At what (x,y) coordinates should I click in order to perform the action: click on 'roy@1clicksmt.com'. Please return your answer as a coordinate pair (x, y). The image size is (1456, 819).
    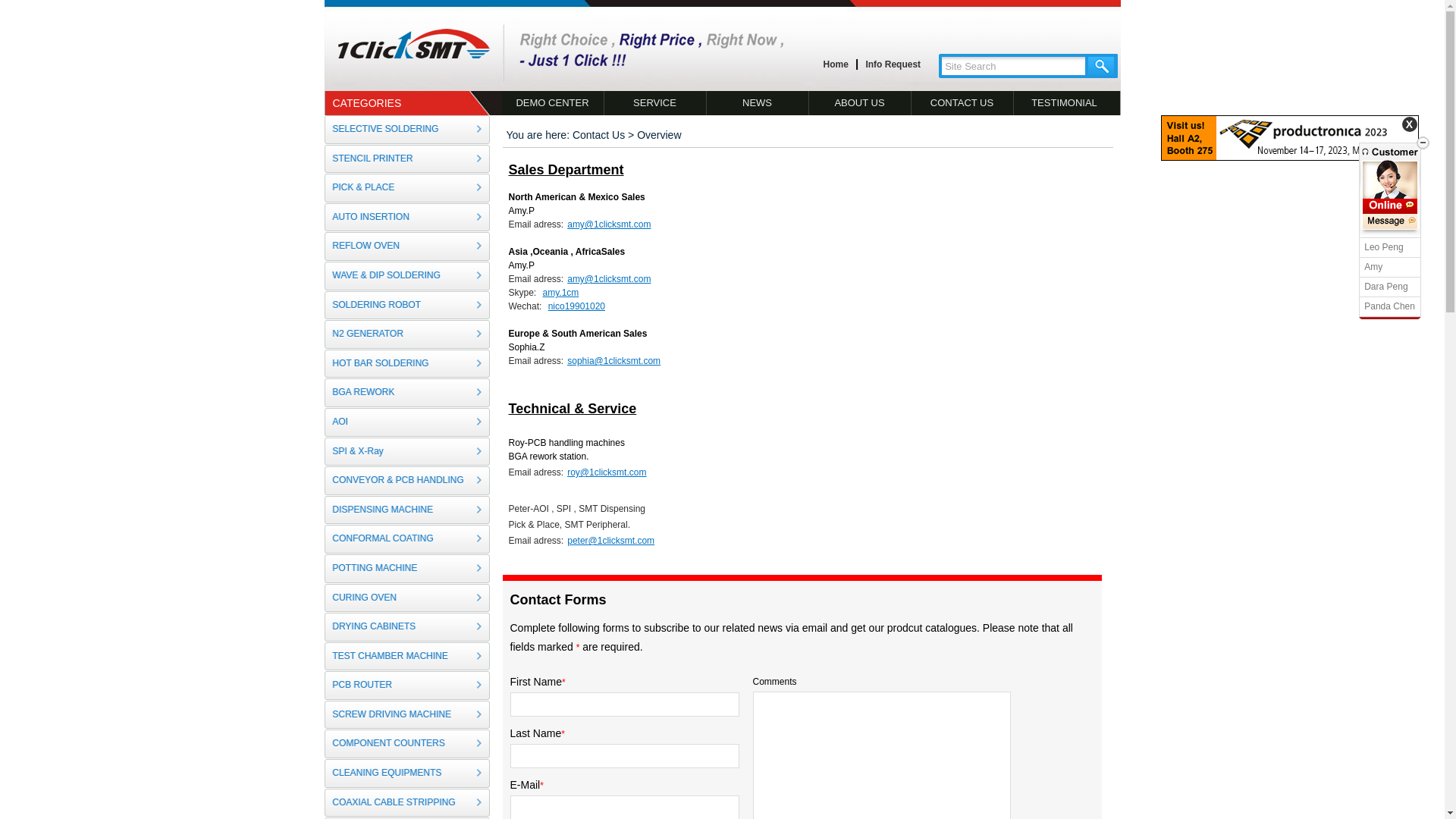
    Looking at the image, I should click on (604, 472).